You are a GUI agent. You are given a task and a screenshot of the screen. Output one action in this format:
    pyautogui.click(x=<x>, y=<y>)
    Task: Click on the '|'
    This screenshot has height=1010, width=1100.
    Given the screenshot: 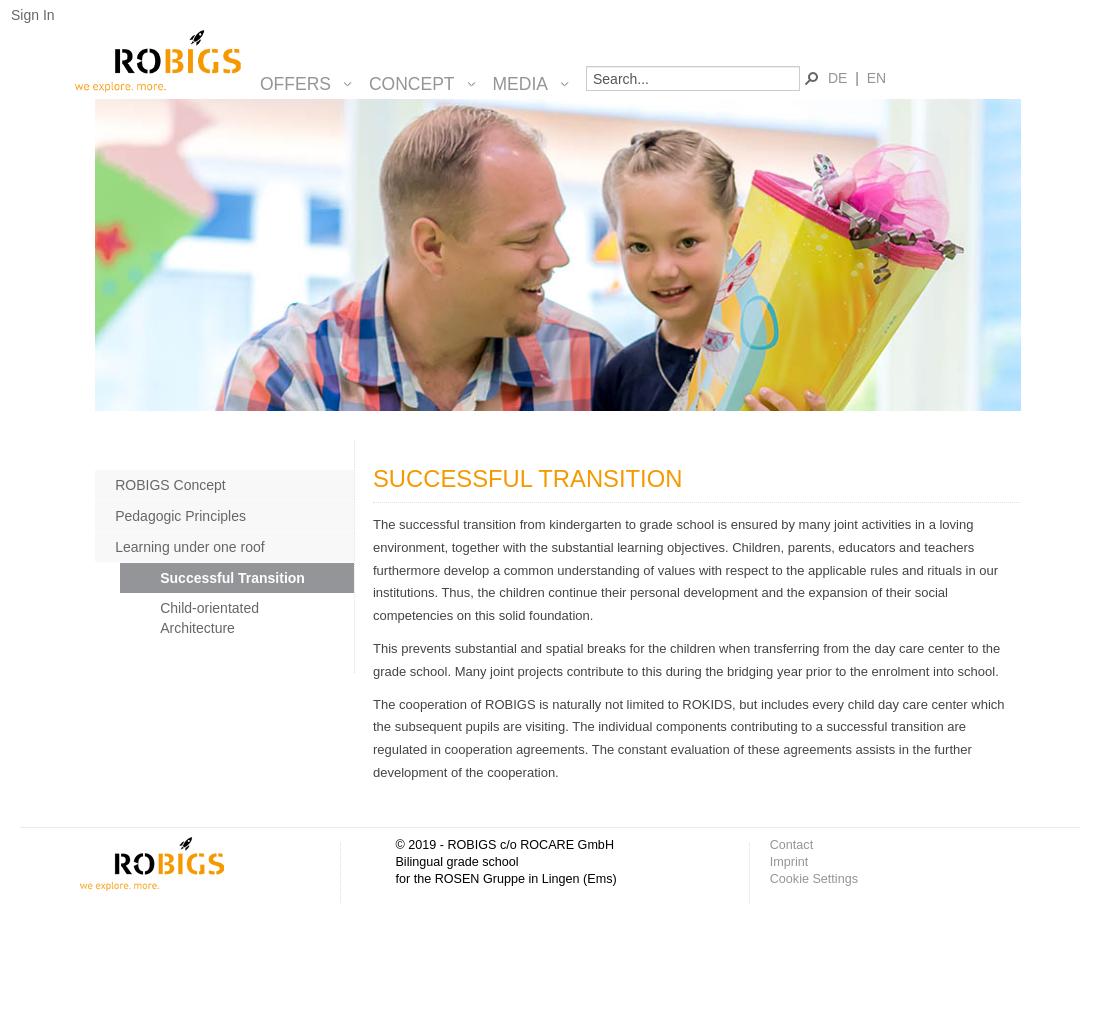 What is the action you would take?
    pyautogui.click(x=857, y=76)
    